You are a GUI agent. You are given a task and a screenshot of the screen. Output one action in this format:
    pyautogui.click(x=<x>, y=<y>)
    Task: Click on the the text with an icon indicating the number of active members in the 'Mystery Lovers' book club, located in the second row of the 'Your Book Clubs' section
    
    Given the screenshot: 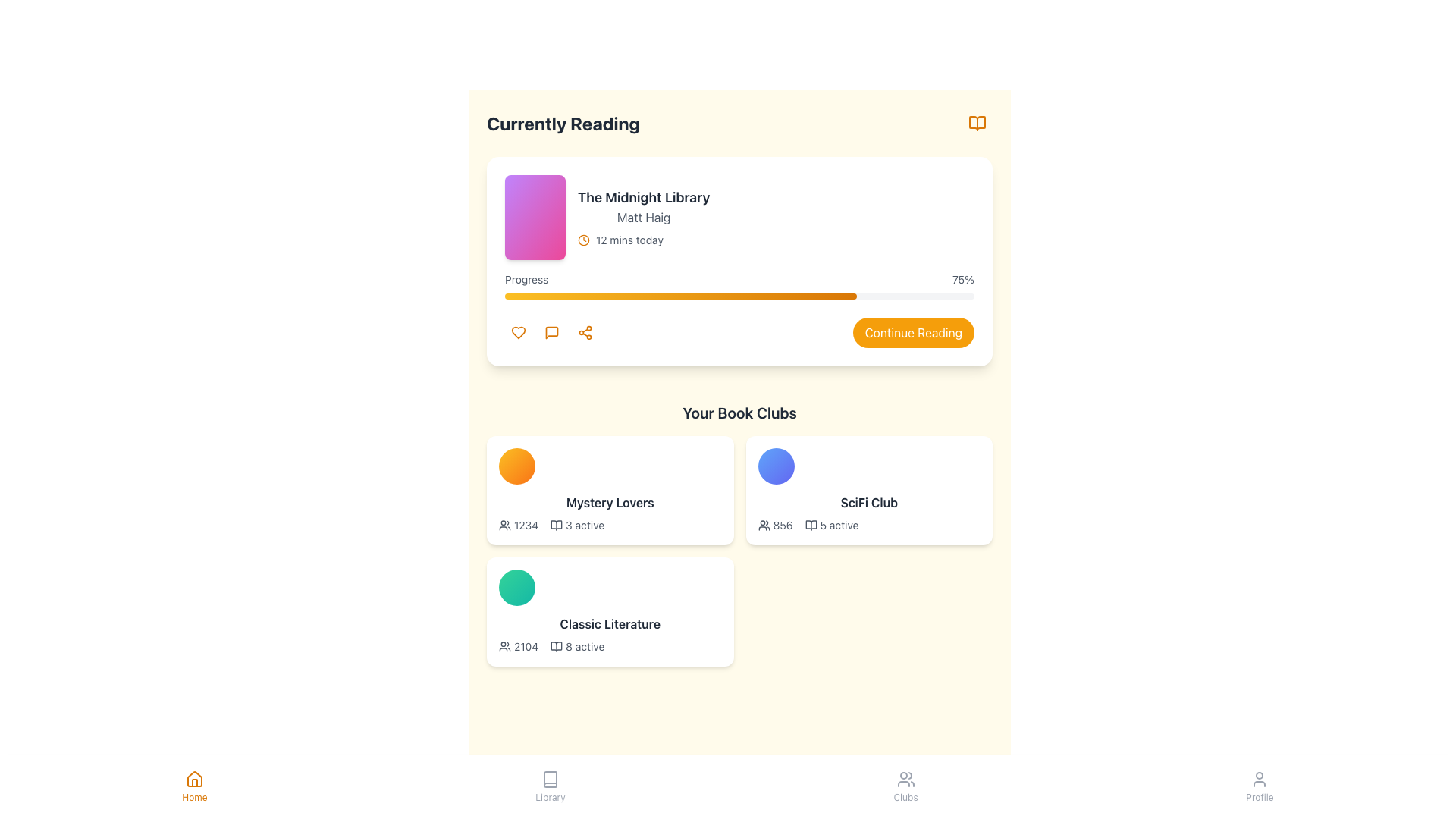 What is the action you would take?
    pyautogui.click(x=576, y=525)
    